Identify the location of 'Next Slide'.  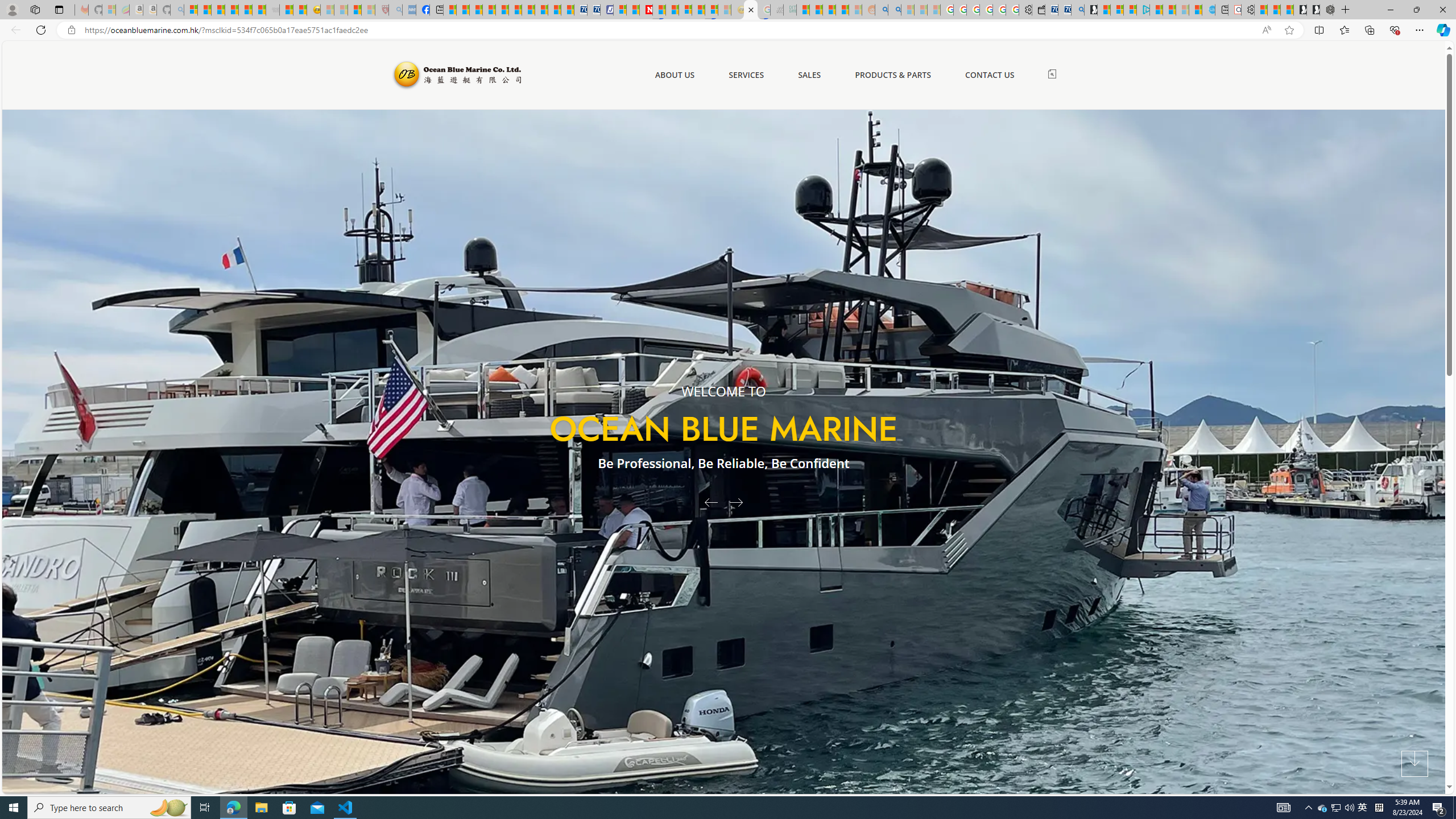
(739, 501).